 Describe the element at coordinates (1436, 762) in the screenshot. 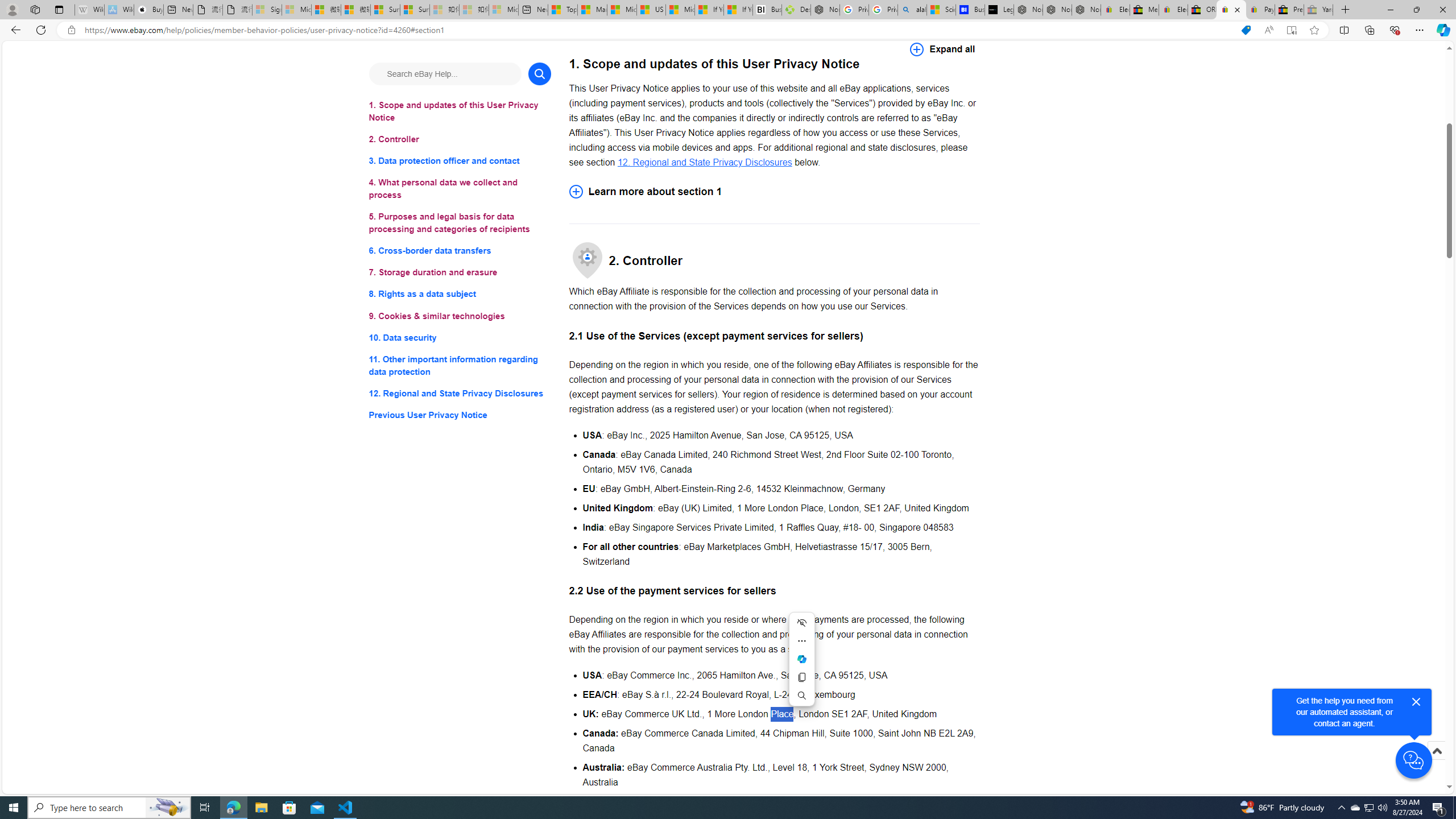

I see `'Scroll to top'` at that location.